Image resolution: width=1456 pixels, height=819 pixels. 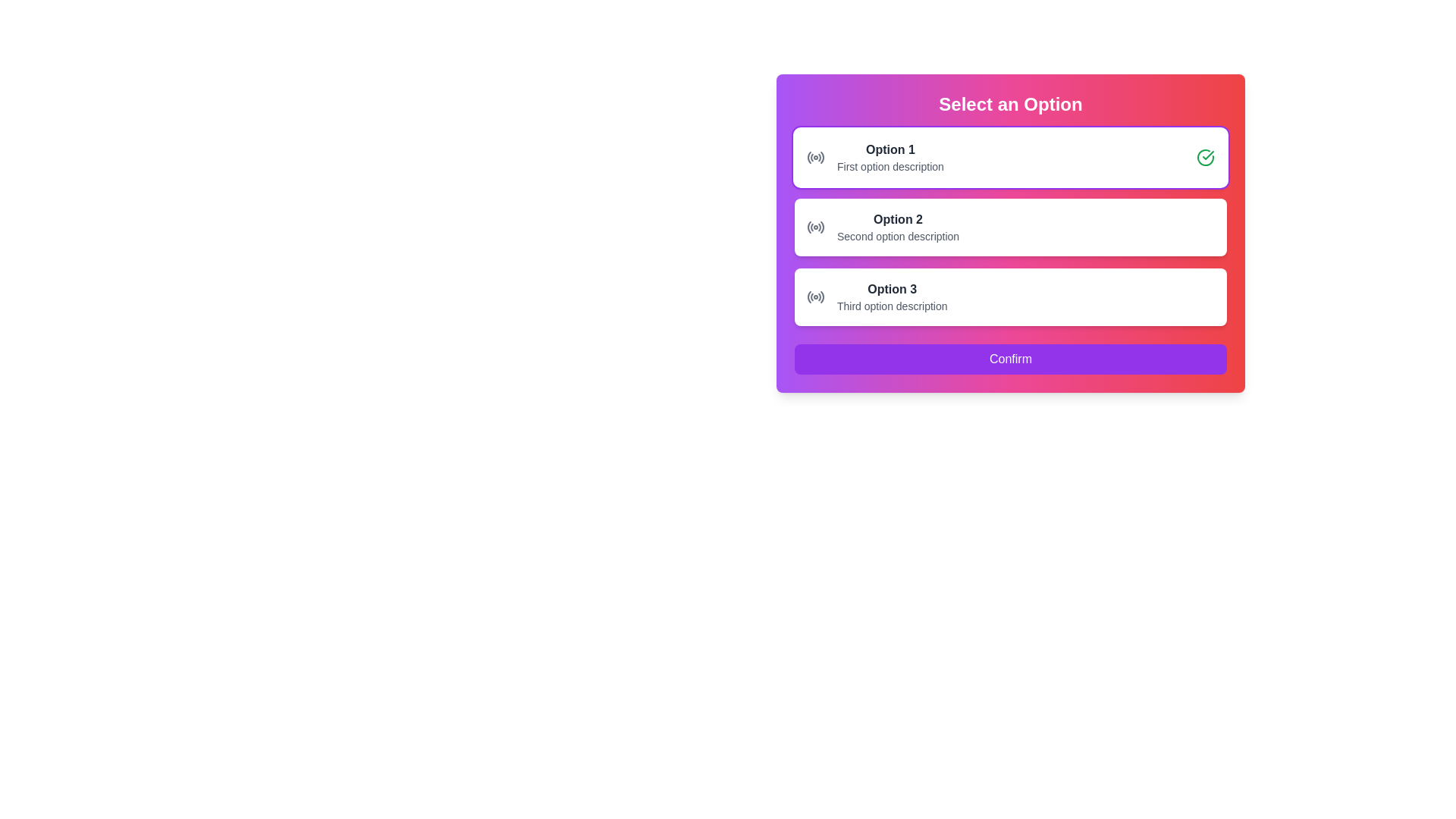 What do you see at coordinates (1011, 359) in the screenshot?
I see `the confirmation button located at the bottom of the card titled 'Select an Option'` at bounding box center [1011, 359].